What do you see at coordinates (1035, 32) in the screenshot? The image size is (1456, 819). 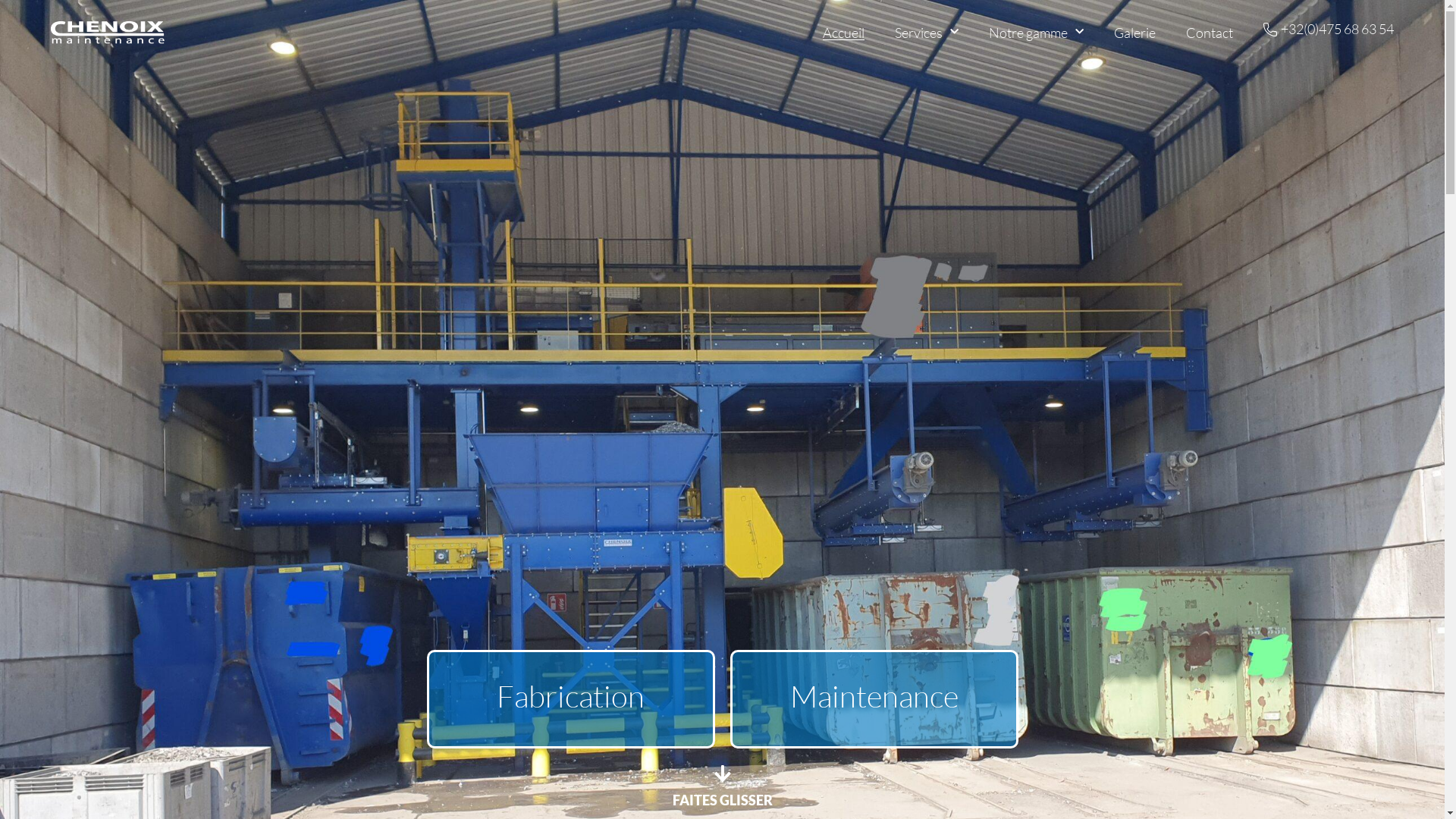 I see `'Notre gamme'` at bounding box center [1035, 32].